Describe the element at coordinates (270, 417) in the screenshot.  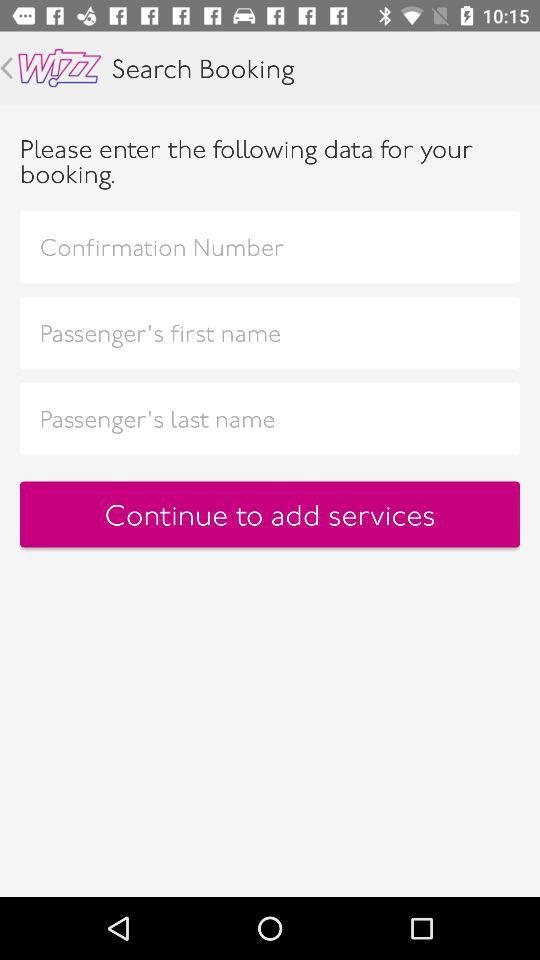
I see `last name` at that location.